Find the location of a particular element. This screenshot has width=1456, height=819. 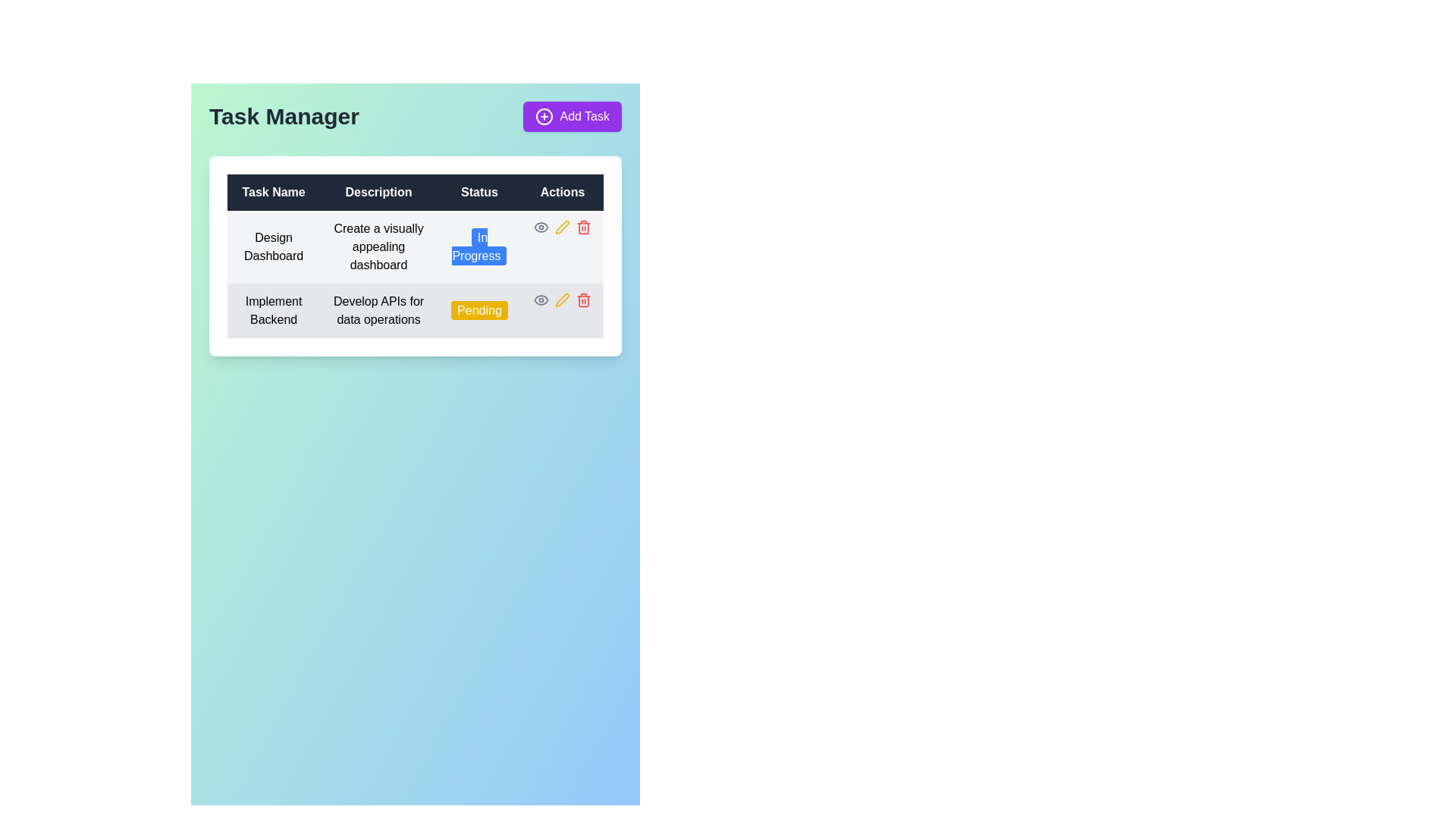

the 'View' action button located in the 'Actions' column of the second row in the table is located at coordinates (541, 227).